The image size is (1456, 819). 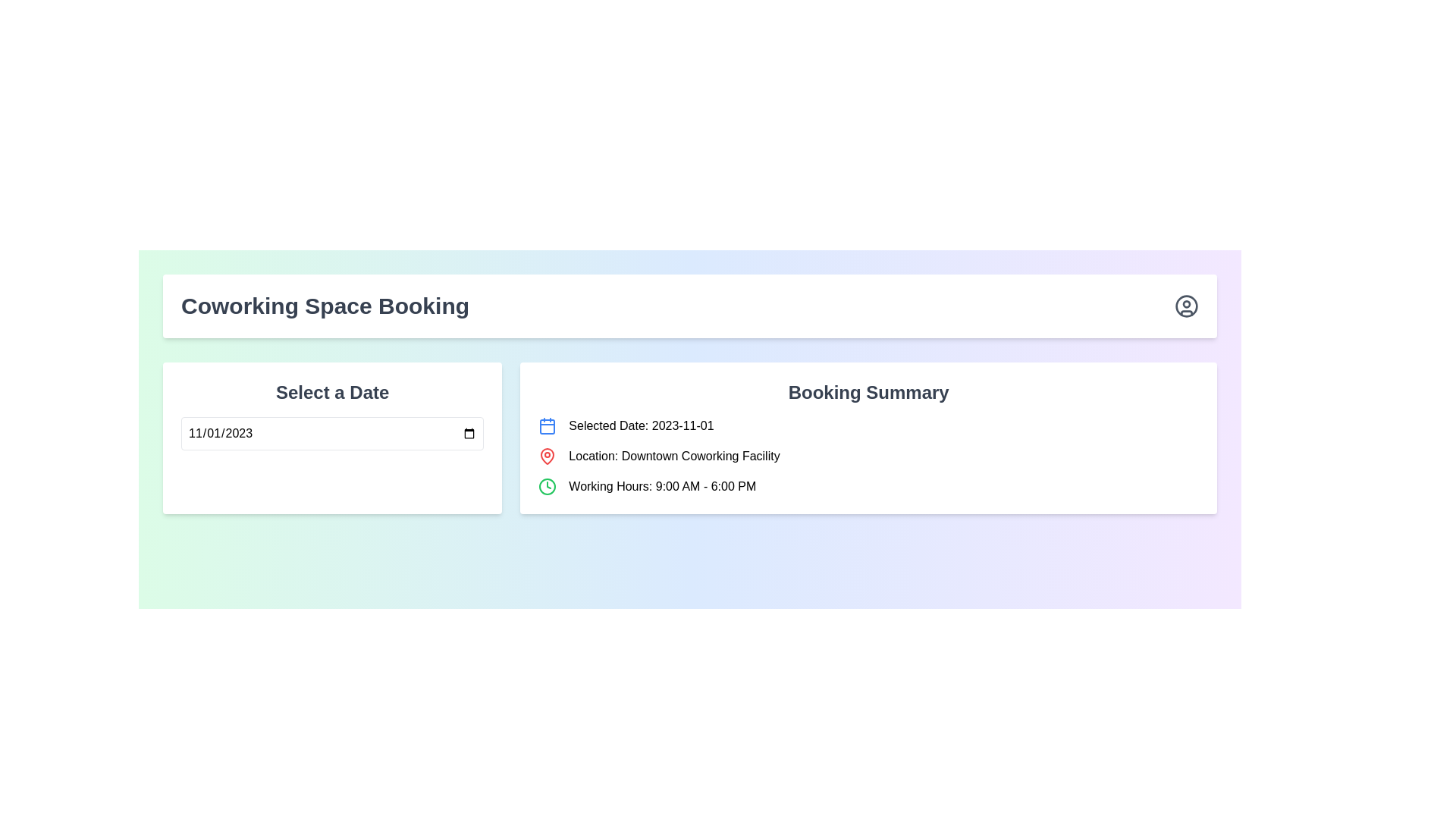 I want to click on the user profile icon located at the far right of the horizontal header bar, adjacent to the title 'Coworking Space Booking', so click(x=1185, y=306).